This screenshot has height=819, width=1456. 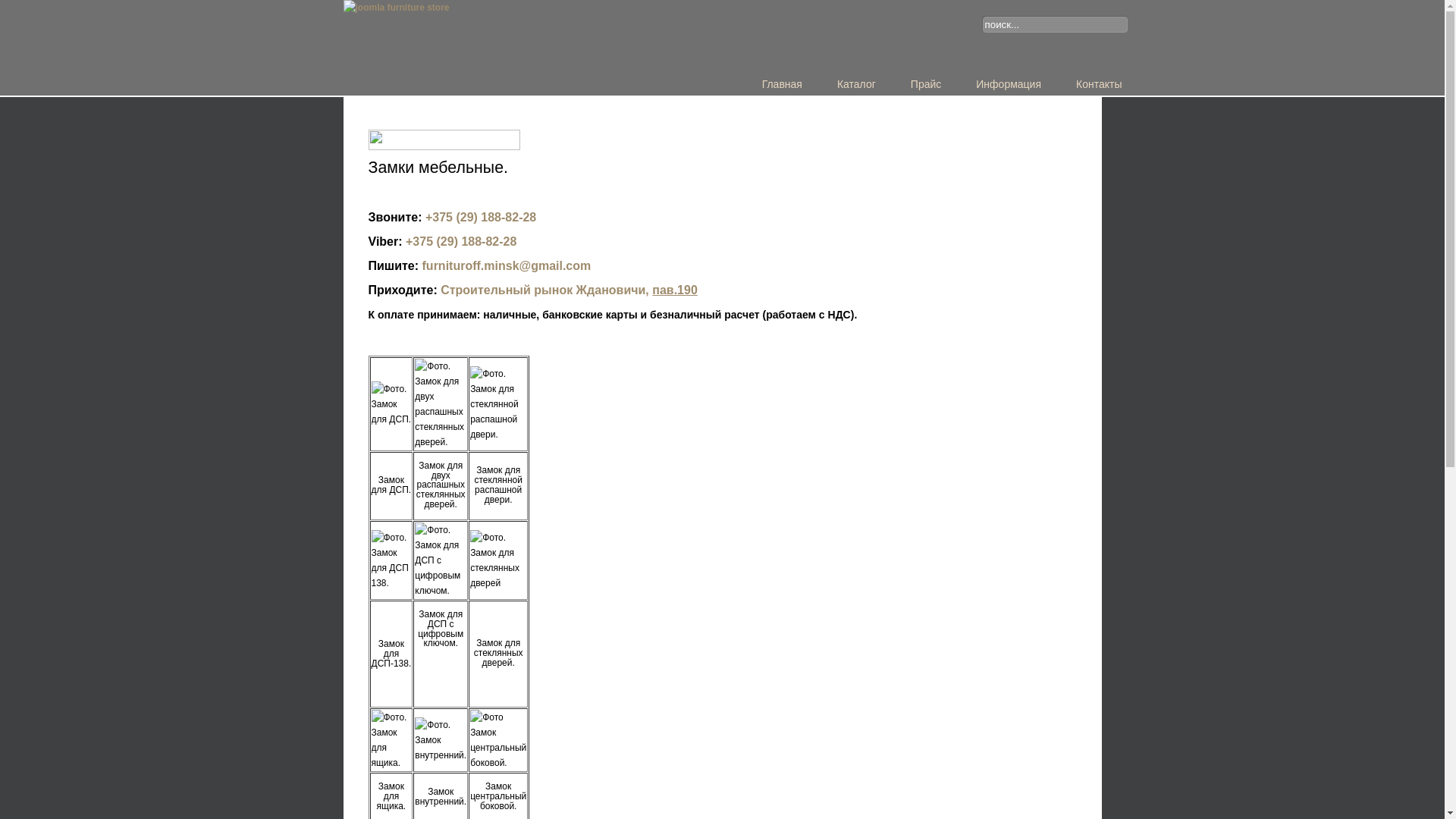 I want to click on '+375 (29) 188-82-28', so click(x=460, y=240).